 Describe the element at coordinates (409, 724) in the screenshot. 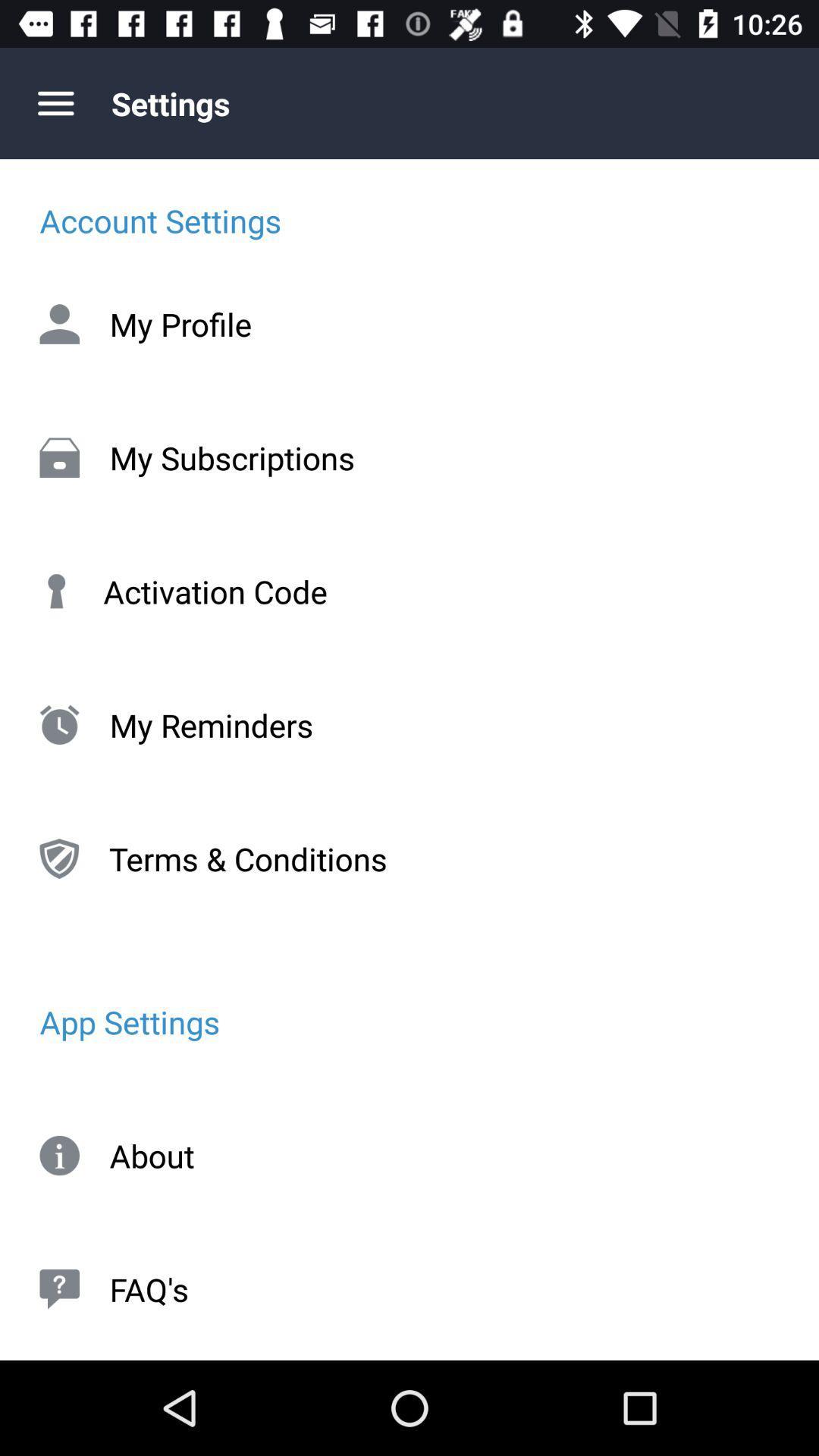

I see `the icon above terms & conditions icon` at that location.